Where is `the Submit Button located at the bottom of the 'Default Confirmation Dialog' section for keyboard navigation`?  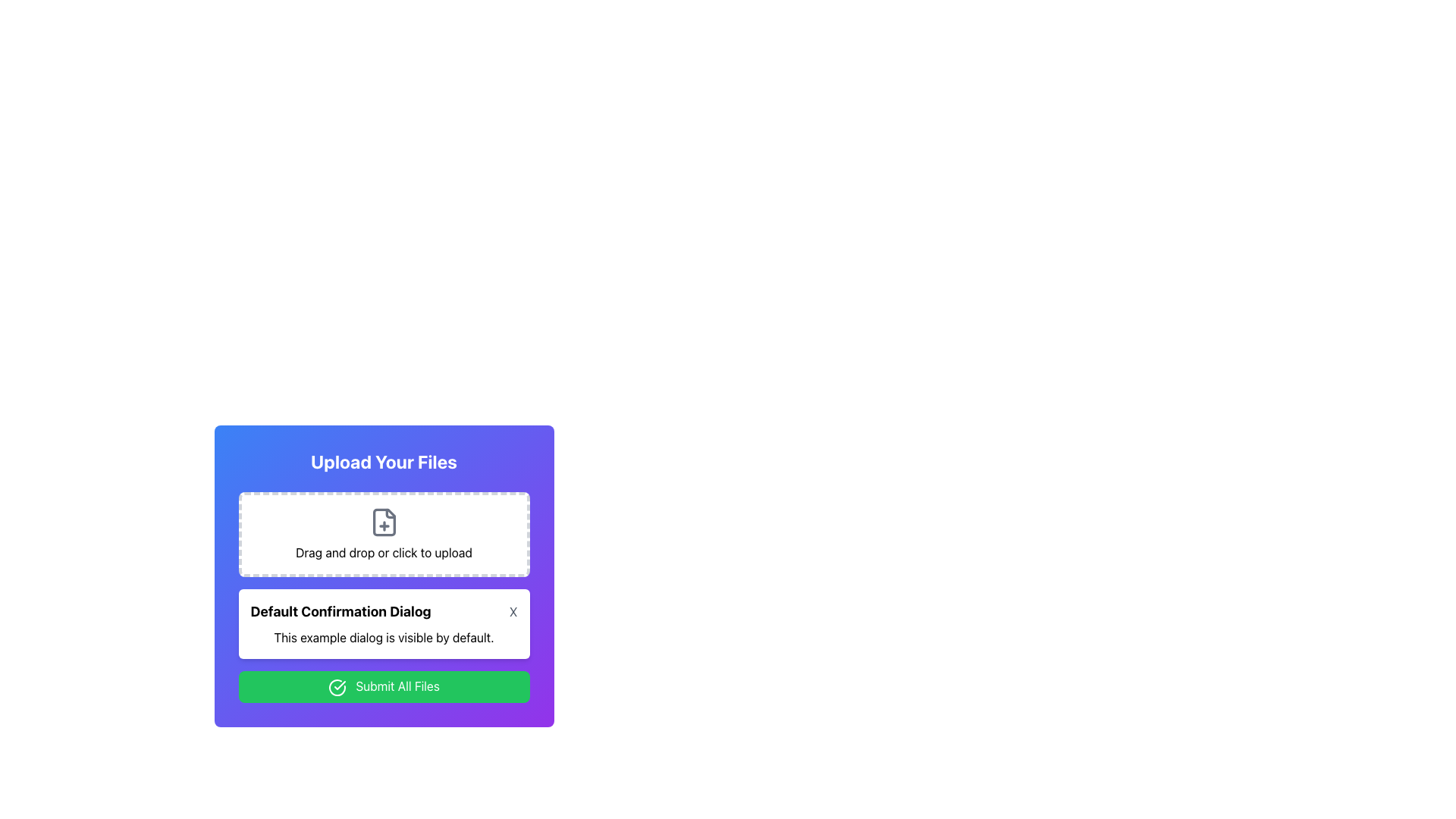 the Submit Button located at the bottom of the 'Default Confirmation Dialog' section for keyboard navigation is located at coordinates (384, 686).